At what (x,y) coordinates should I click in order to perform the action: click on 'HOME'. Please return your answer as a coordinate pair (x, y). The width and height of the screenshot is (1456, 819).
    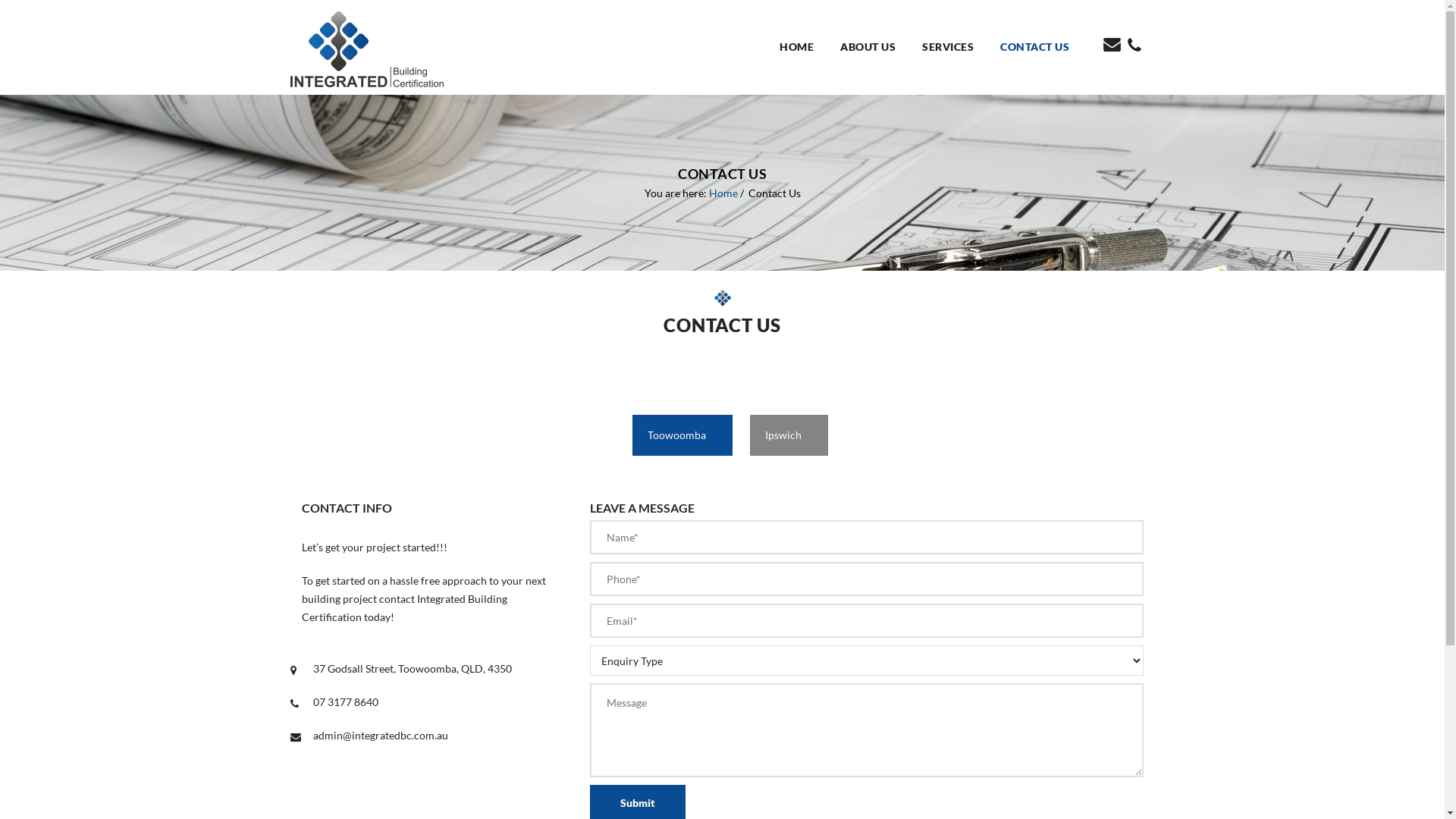
    Looking at the image, I should click on (801, 46).